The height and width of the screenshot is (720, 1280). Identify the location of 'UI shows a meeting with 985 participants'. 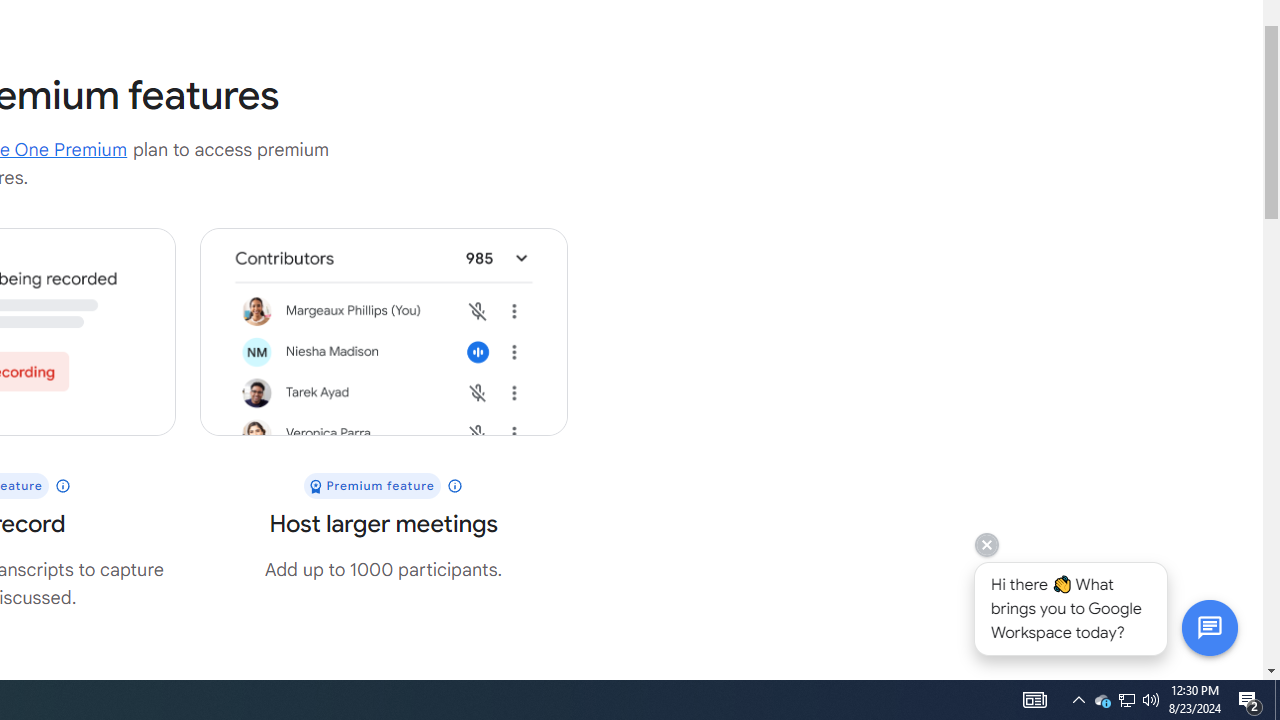
(383, 331).